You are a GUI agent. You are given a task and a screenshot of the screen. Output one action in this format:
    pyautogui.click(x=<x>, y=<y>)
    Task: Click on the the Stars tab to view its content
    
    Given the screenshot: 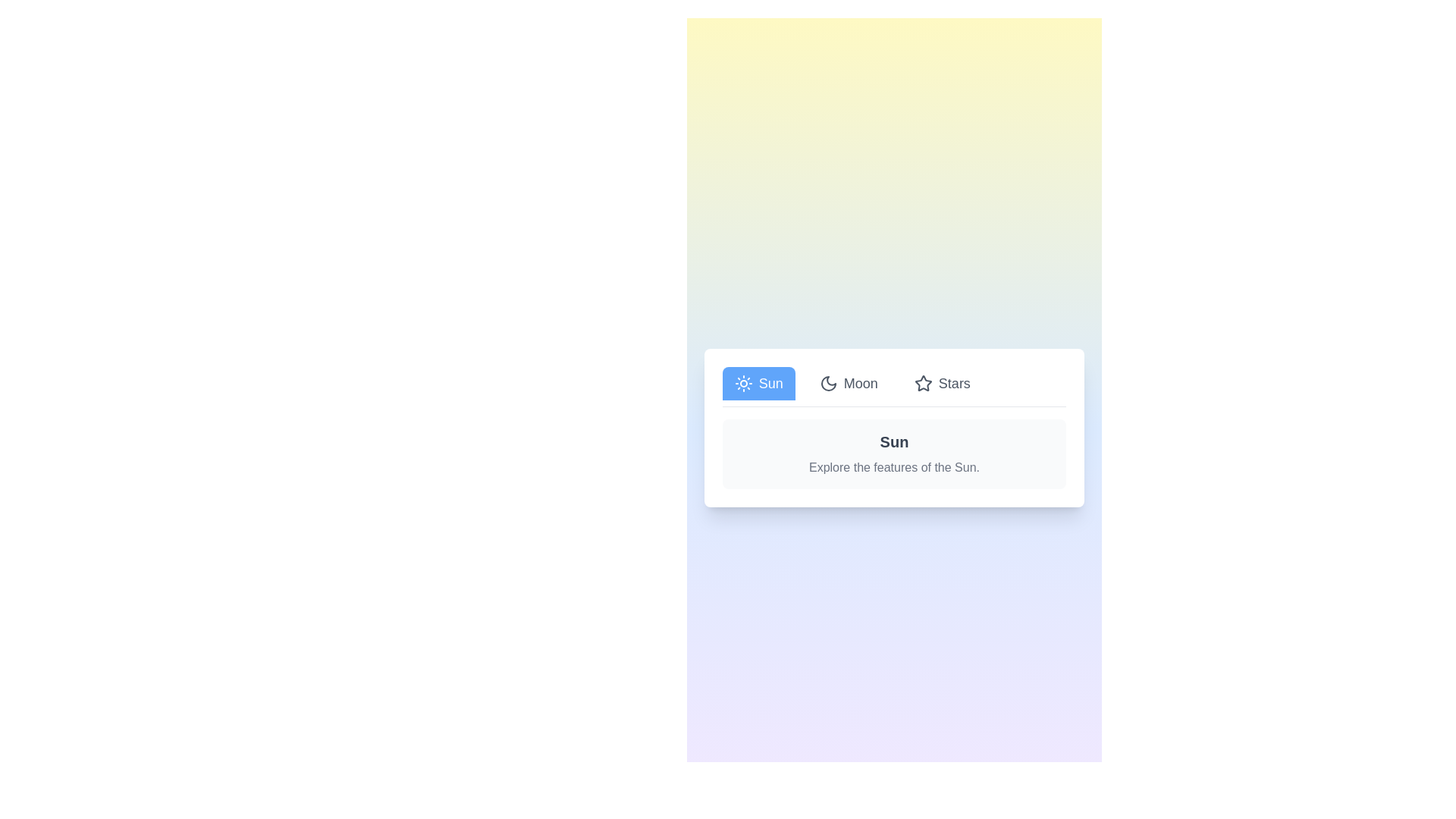 What is the action you would take?
    pyautogui.click(x=941, y=382)
    